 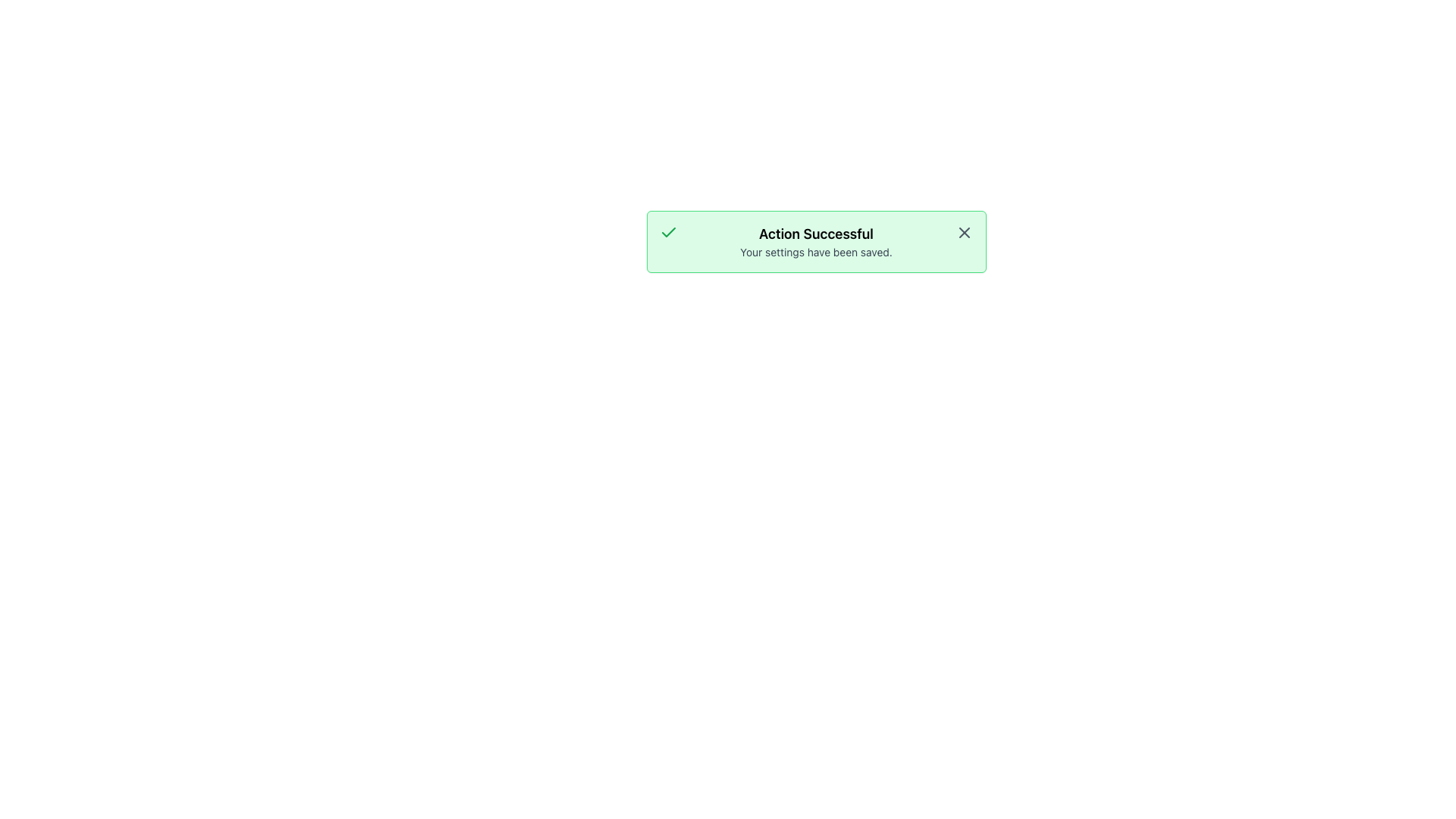 I want to click on message displayed in the notification box with a light green background, containing 'Action Successful' and 'Your settings have been saved.', so click(x=815, y=241).